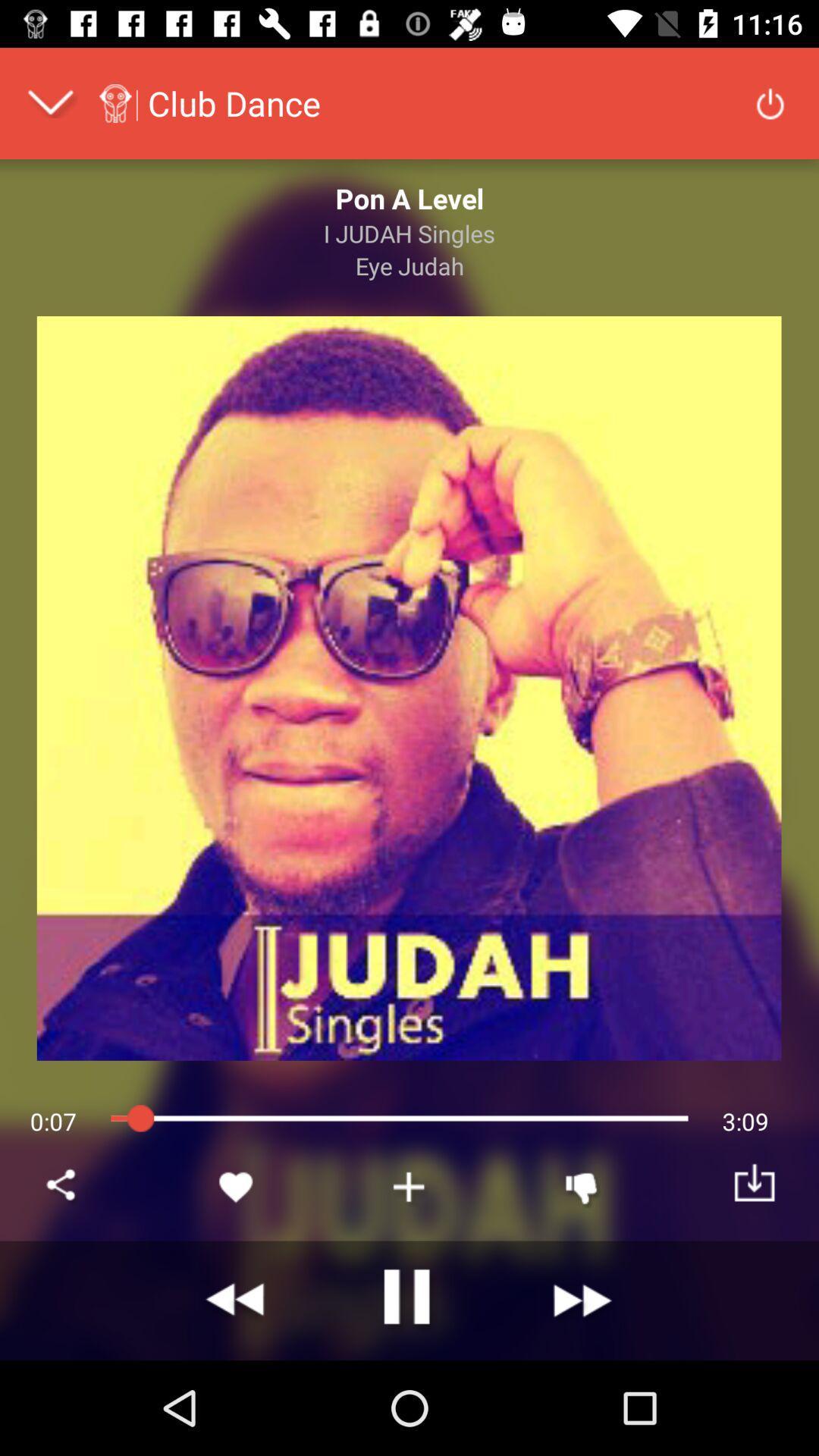 The width and height of the screenshot is (819, 1456). Describe the element at coordinates (581, 1186) in the screenshot. I see `icon next to the 3:09` at that location.